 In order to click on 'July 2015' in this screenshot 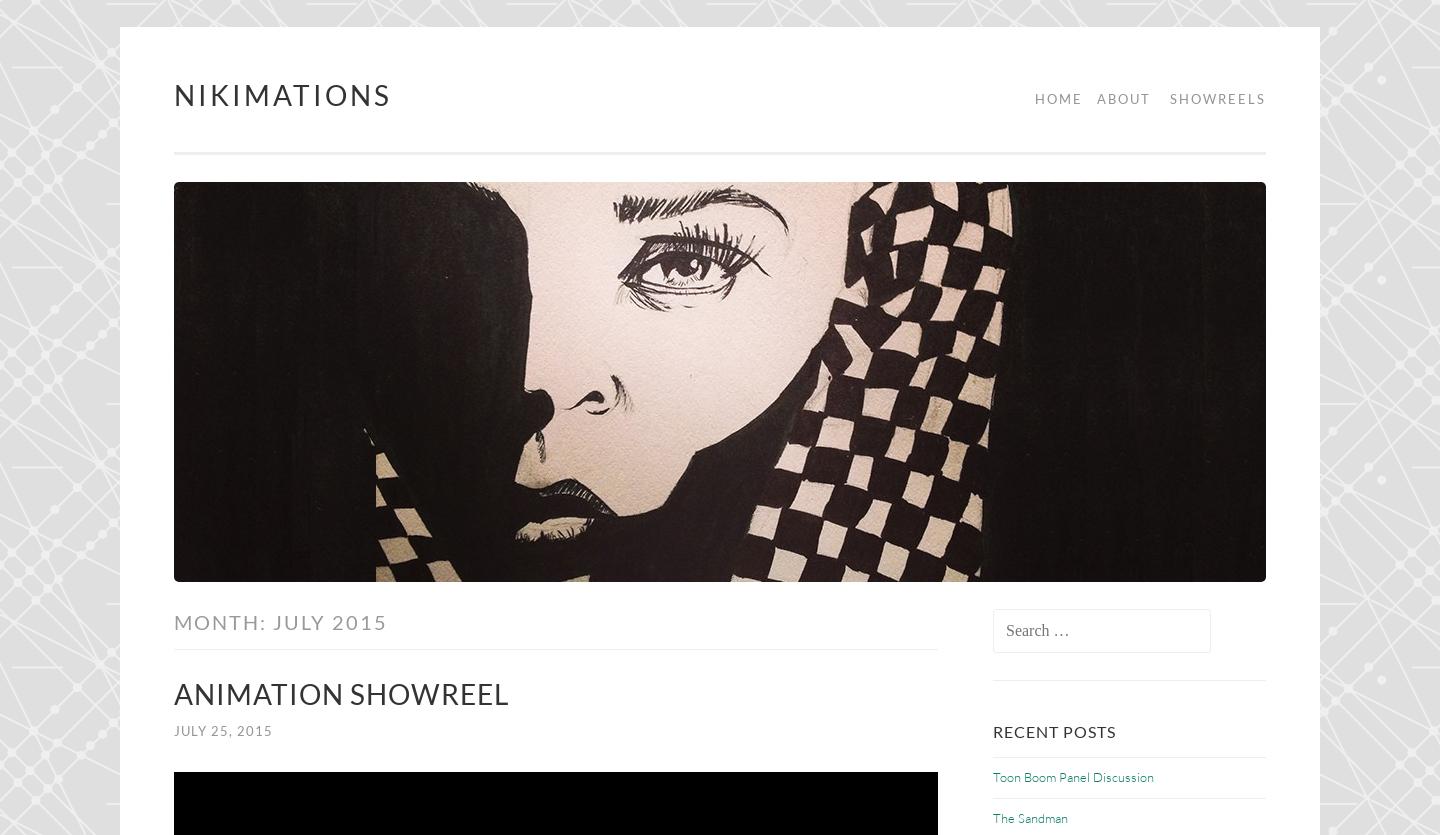, I will do `click(330, 620)`.